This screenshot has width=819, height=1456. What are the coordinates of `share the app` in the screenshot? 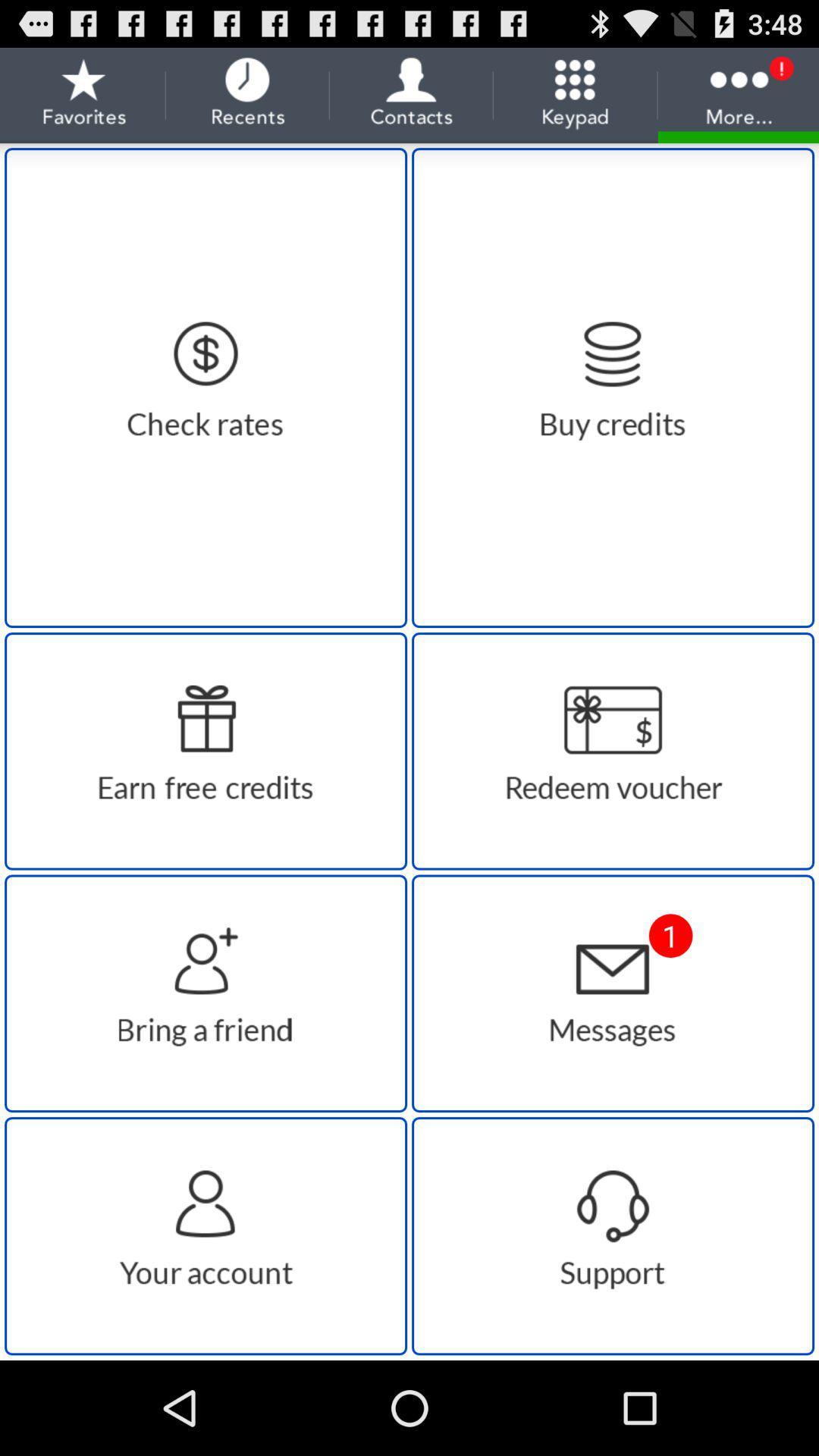 It's located at (206, 993).